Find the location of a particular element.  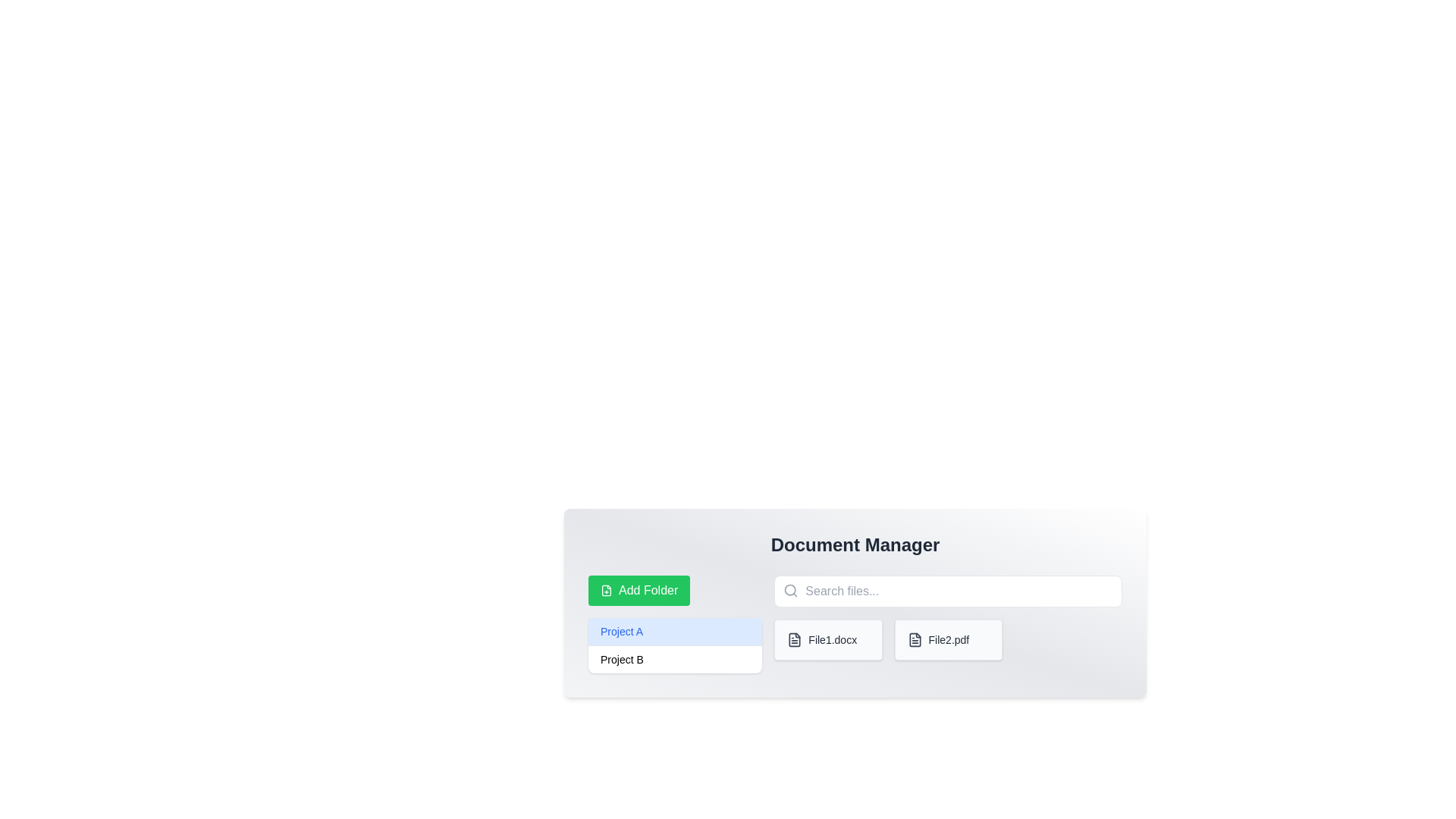

the search indicator SVG icon located on the left side of the input field with placeholder text 'Search files...' in the 'Document Manager' panel is located at coordinates (790, 590).